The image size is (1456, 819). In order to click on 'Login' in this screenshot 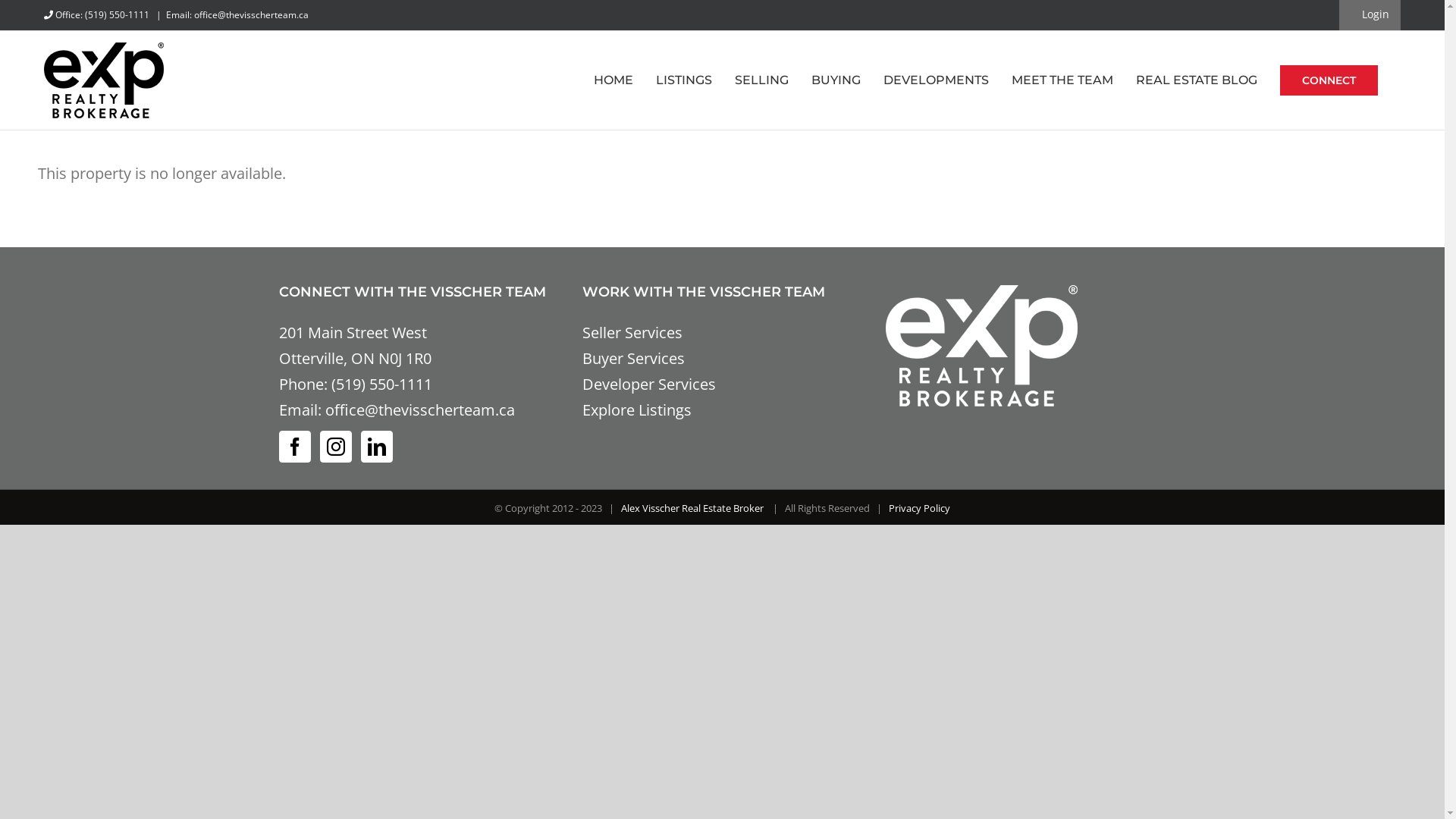, I will do `click(1368, 14)`.